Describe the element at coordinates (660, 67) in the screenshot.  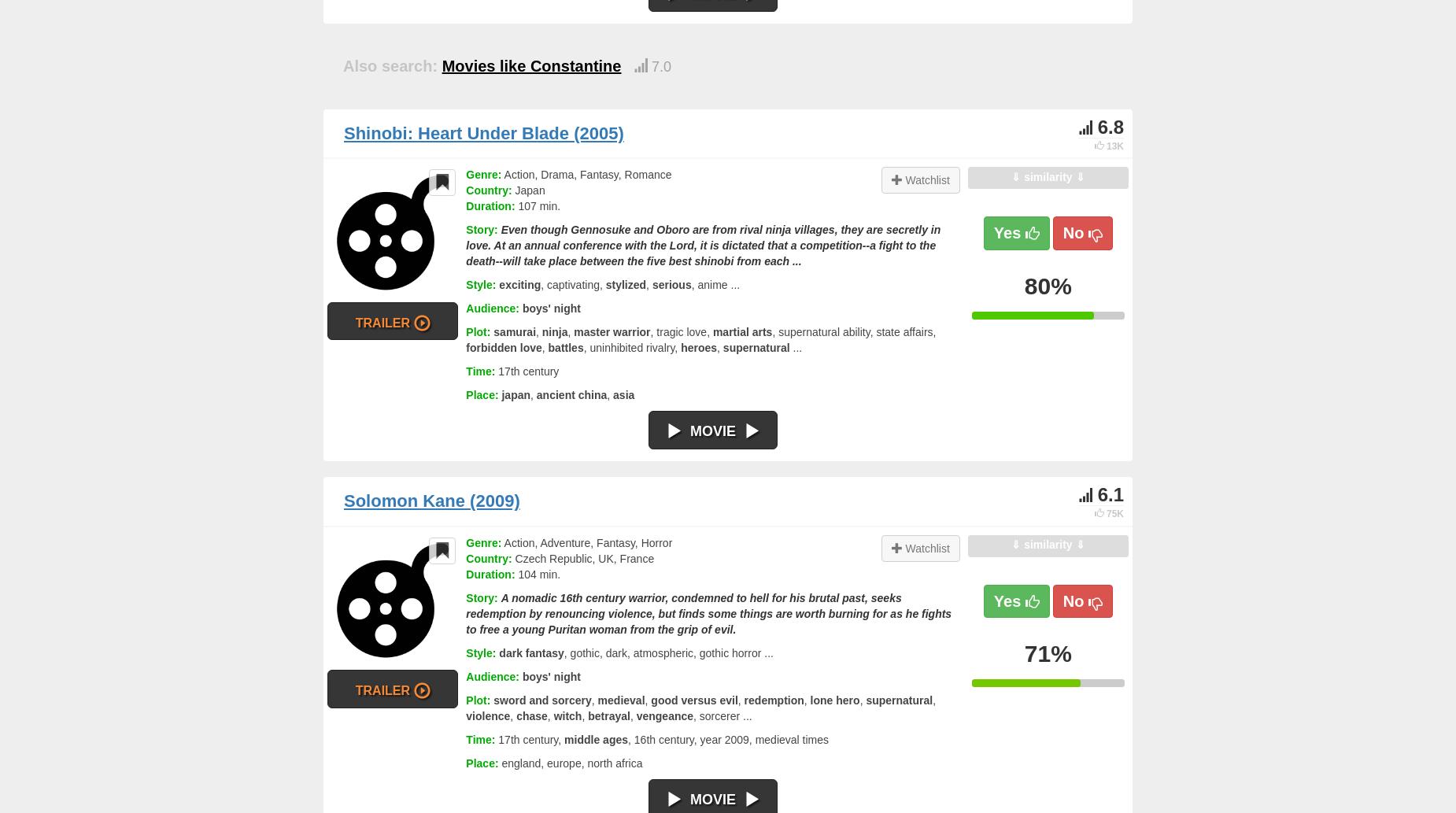
I see `'7.0'` at that location.